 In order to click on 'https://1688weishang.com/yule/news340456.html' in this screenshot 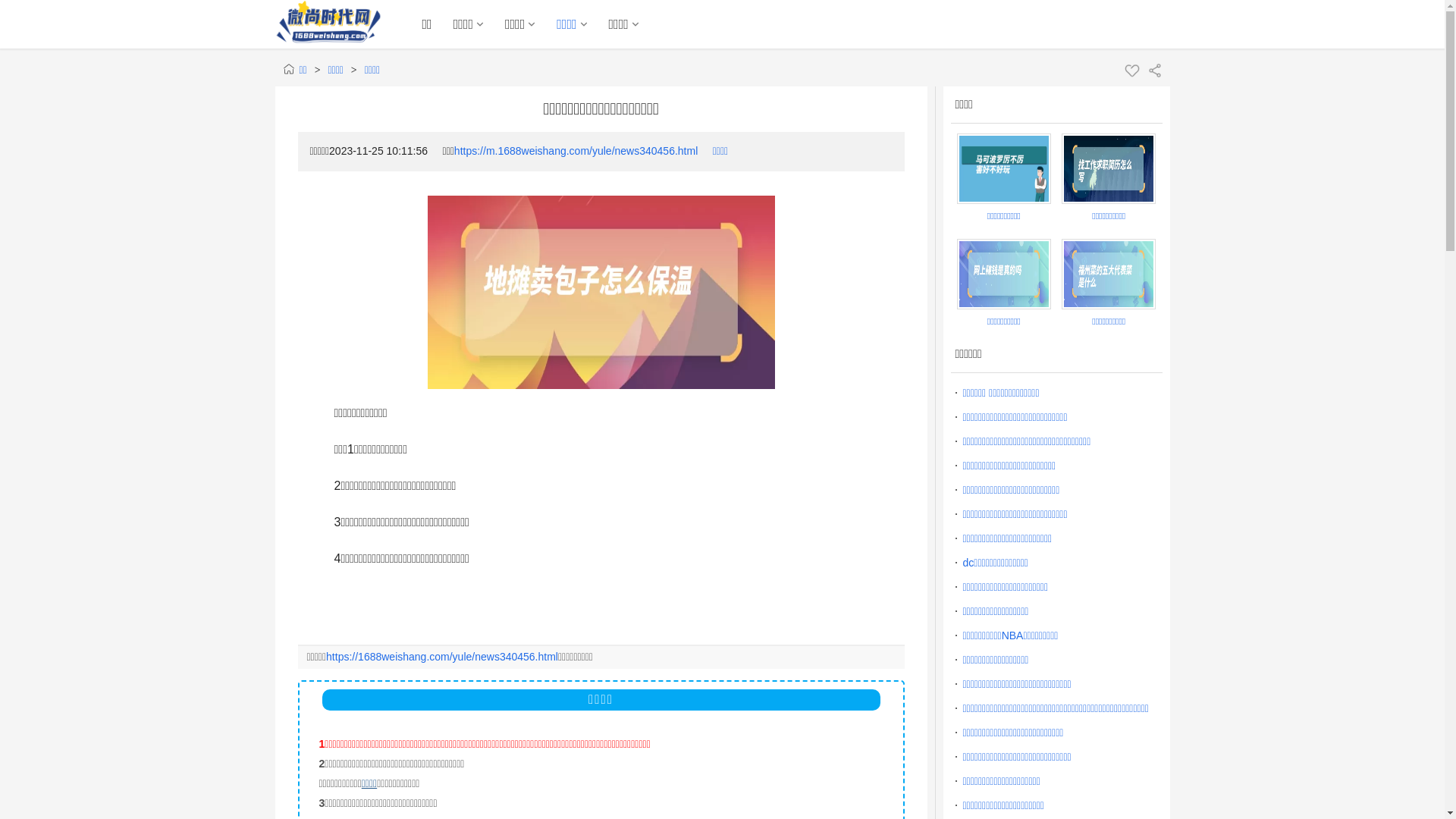, I will do `click(441, 656)`.